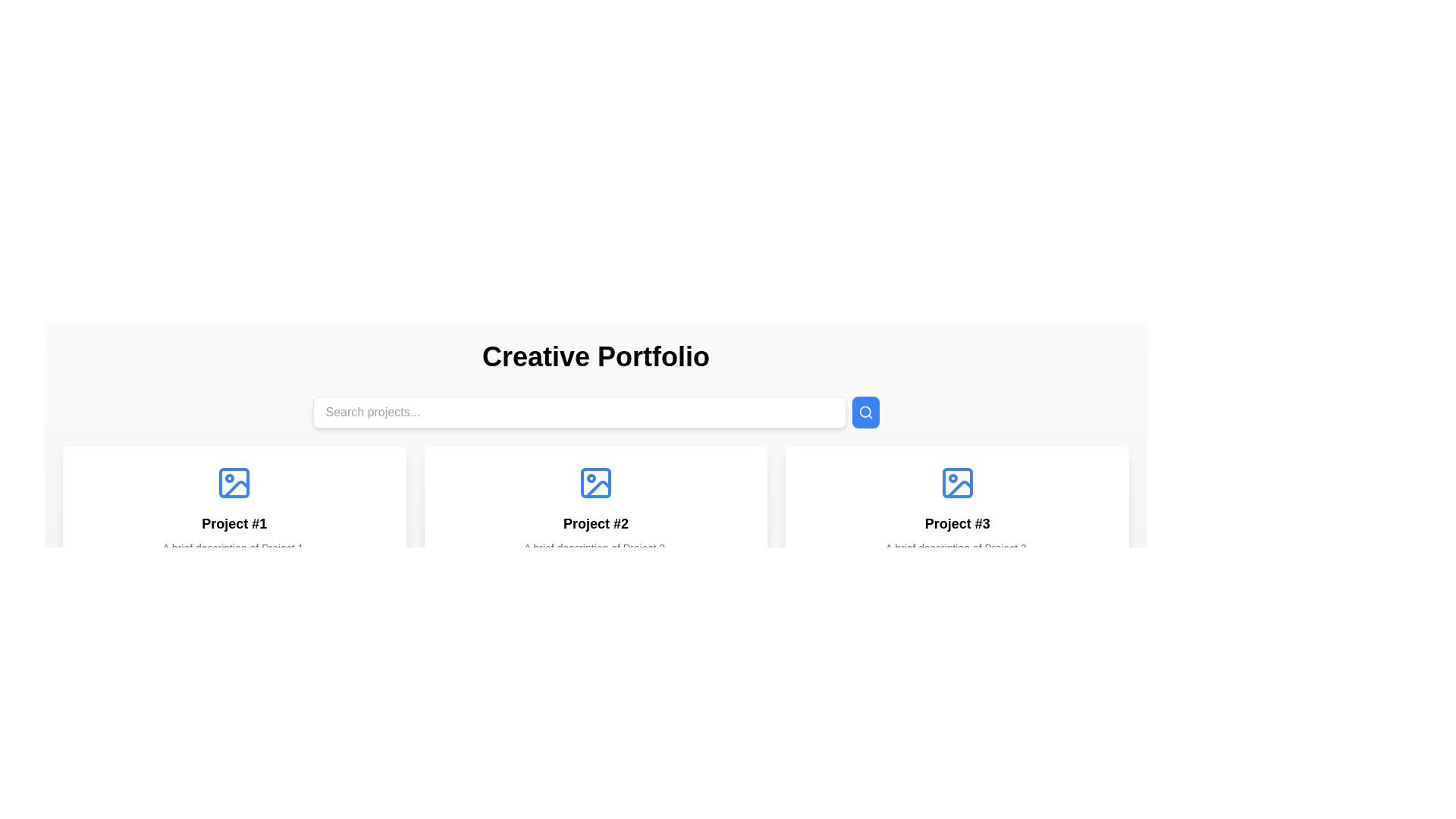  Describe the element at coordinates (956, 548) in the screenshot. I see `supplementary description text located beneath the title 'Project #3' in the project card layout` at that location.